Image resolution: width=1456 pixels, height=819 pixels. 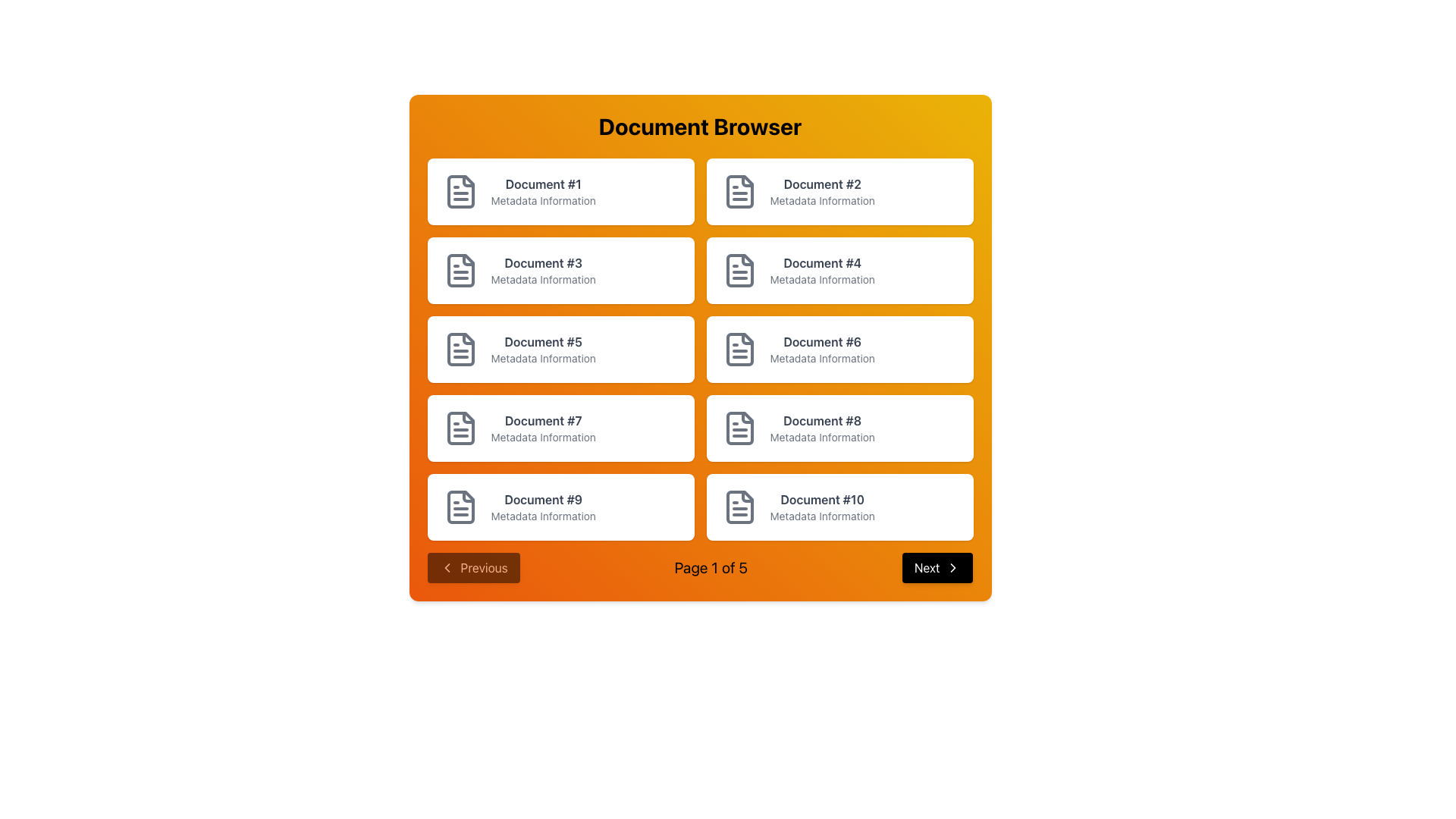 What do you see at coordinates (543, 262) in the screenshot?
I see `the title text label for 'Document #3', which is located at the top of the third card in the first row of the document grid layout` at bounding box center [543, 262].